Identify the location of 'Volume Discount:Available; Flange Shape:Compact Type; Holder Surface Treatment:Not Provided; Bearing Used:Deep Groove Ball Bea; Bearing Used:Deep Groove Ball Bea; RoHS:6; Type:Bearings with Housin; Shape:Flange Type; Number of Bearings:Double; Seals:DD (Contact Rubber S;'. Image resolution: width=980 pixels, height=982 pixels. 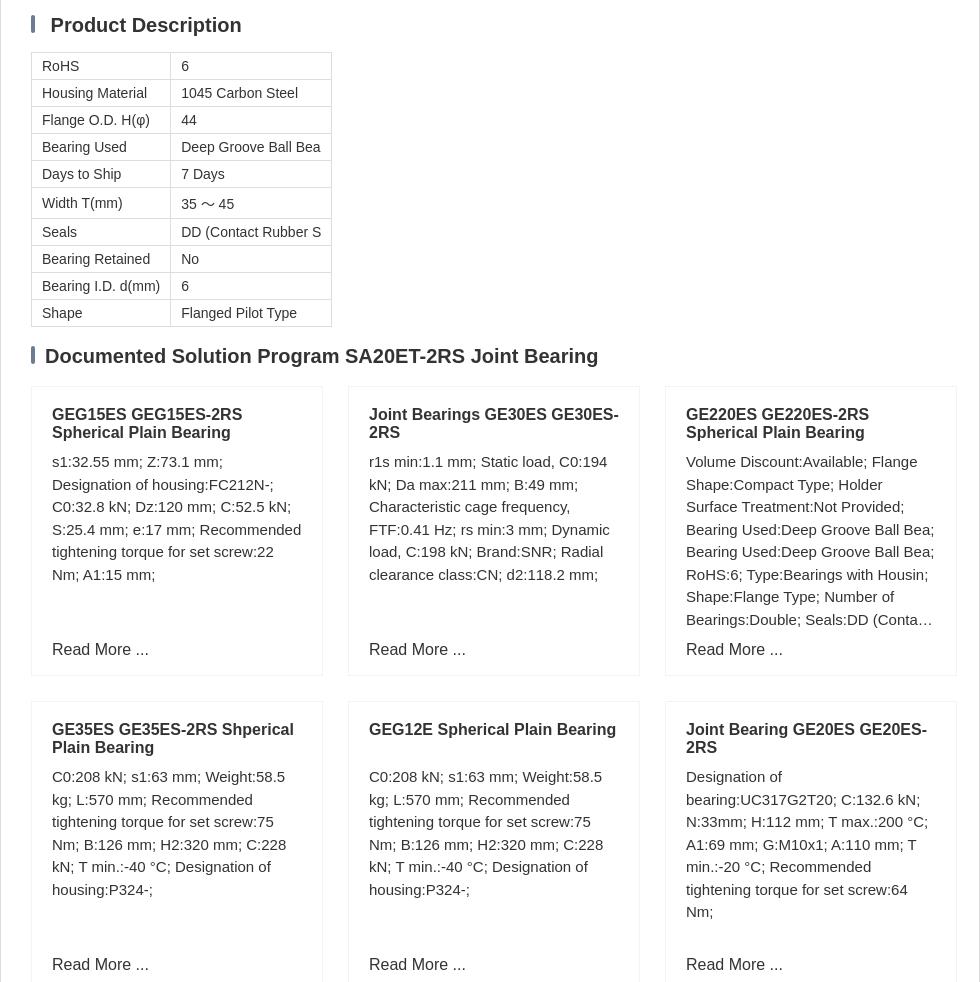
(809, 550).